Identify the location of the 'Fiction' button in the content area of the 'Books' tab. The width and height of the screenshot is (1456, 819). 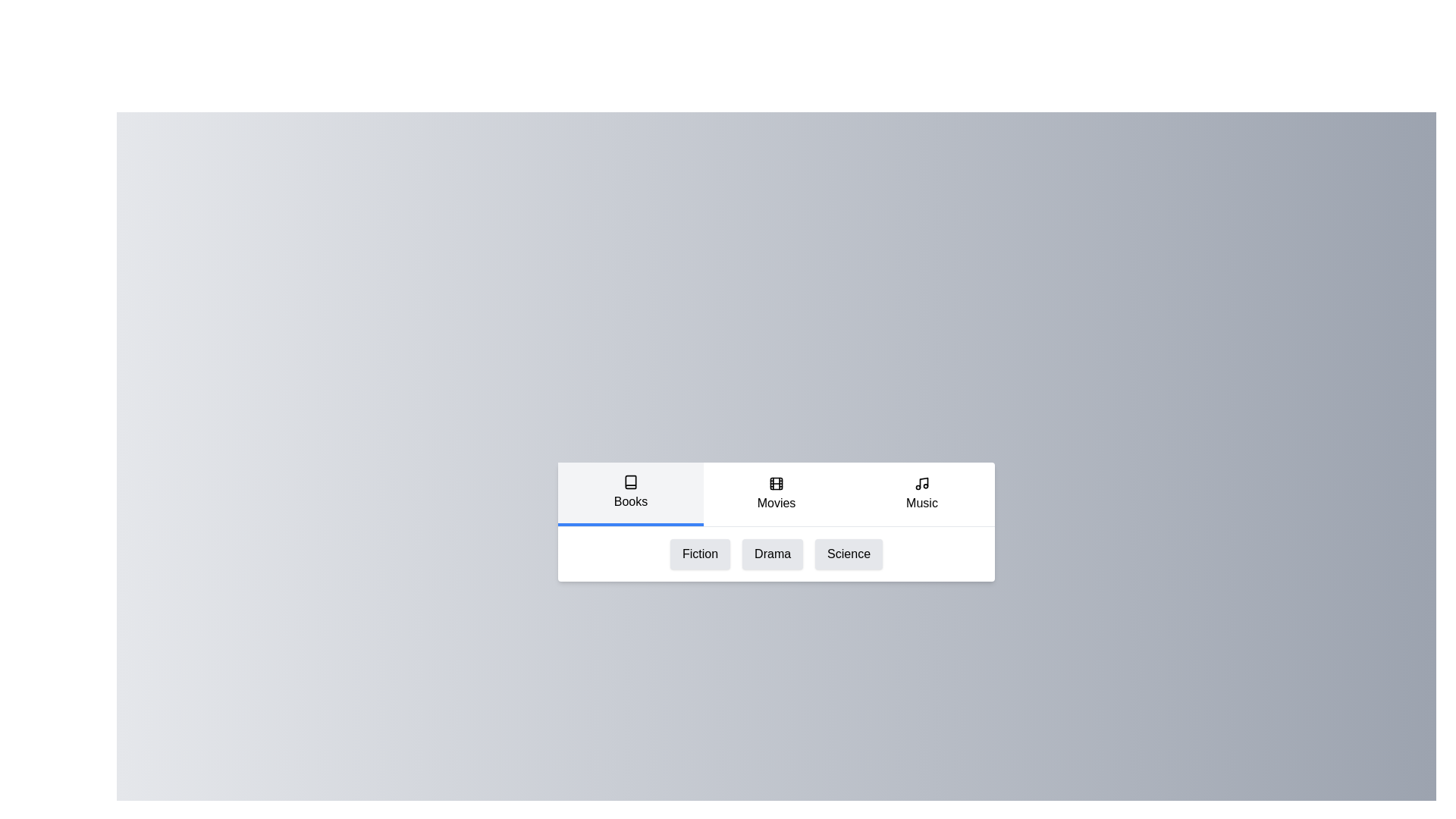
(699, 554).